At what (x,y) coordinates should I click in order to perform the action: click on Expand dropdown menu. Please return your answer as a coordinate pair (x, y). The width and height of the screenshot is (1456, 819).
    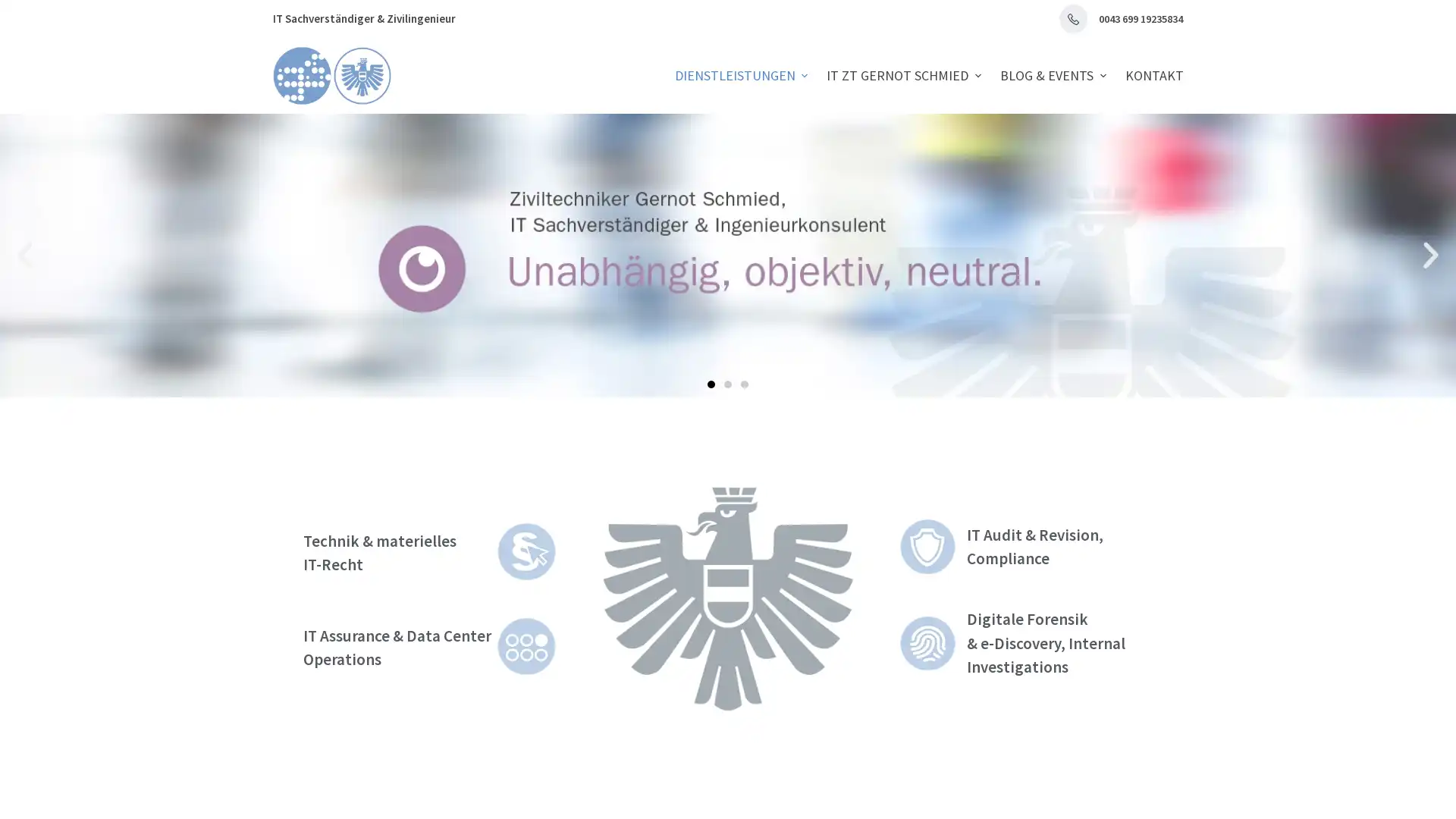
    Looking at the image, I should click on (977, 76).